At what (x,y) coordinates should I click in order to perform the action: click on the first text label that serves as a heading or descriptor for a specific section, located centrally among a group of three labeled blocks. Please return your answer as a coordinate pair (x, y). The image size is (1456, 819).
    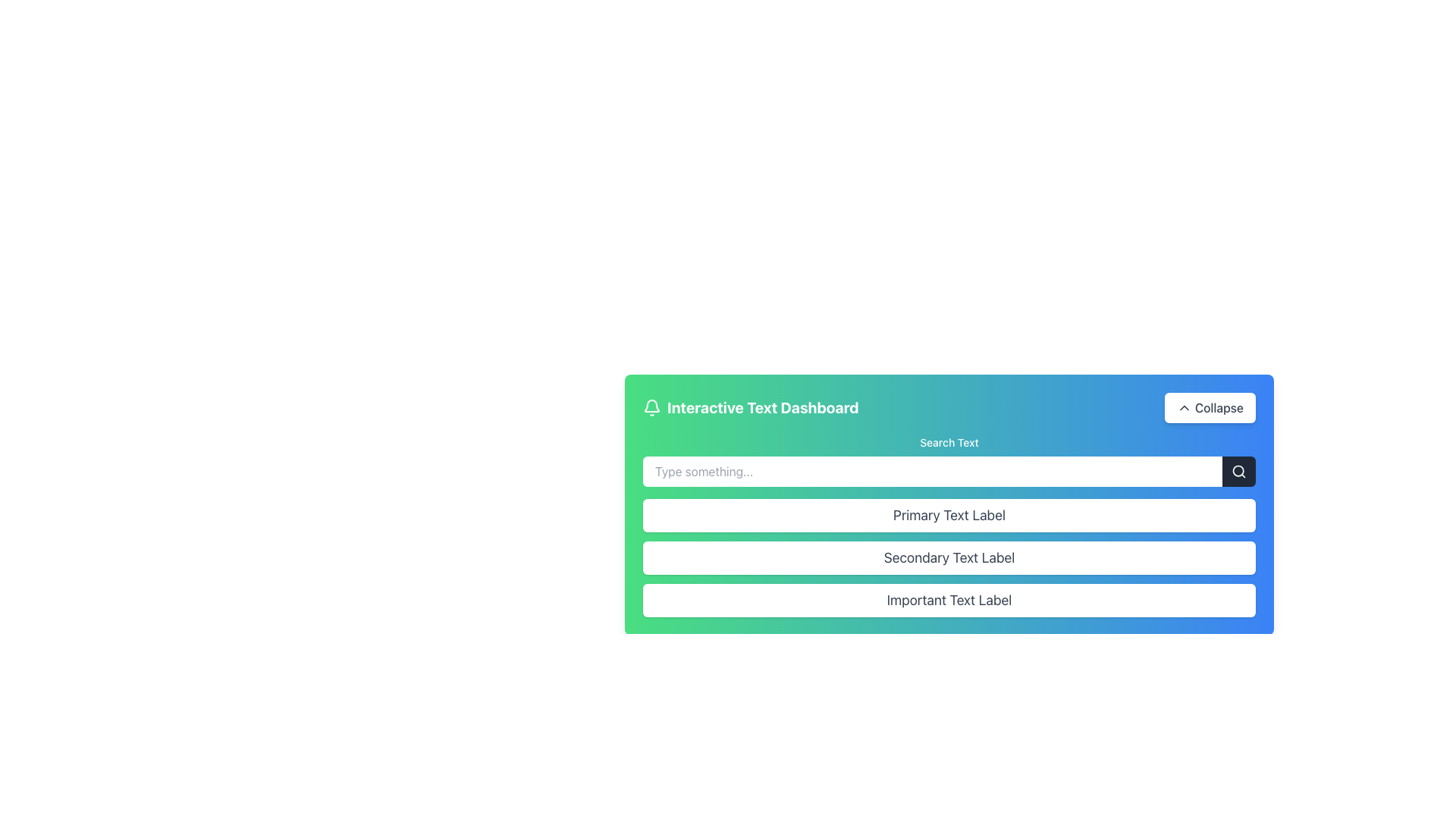
    Looking at the image, I should click on (949, 526).